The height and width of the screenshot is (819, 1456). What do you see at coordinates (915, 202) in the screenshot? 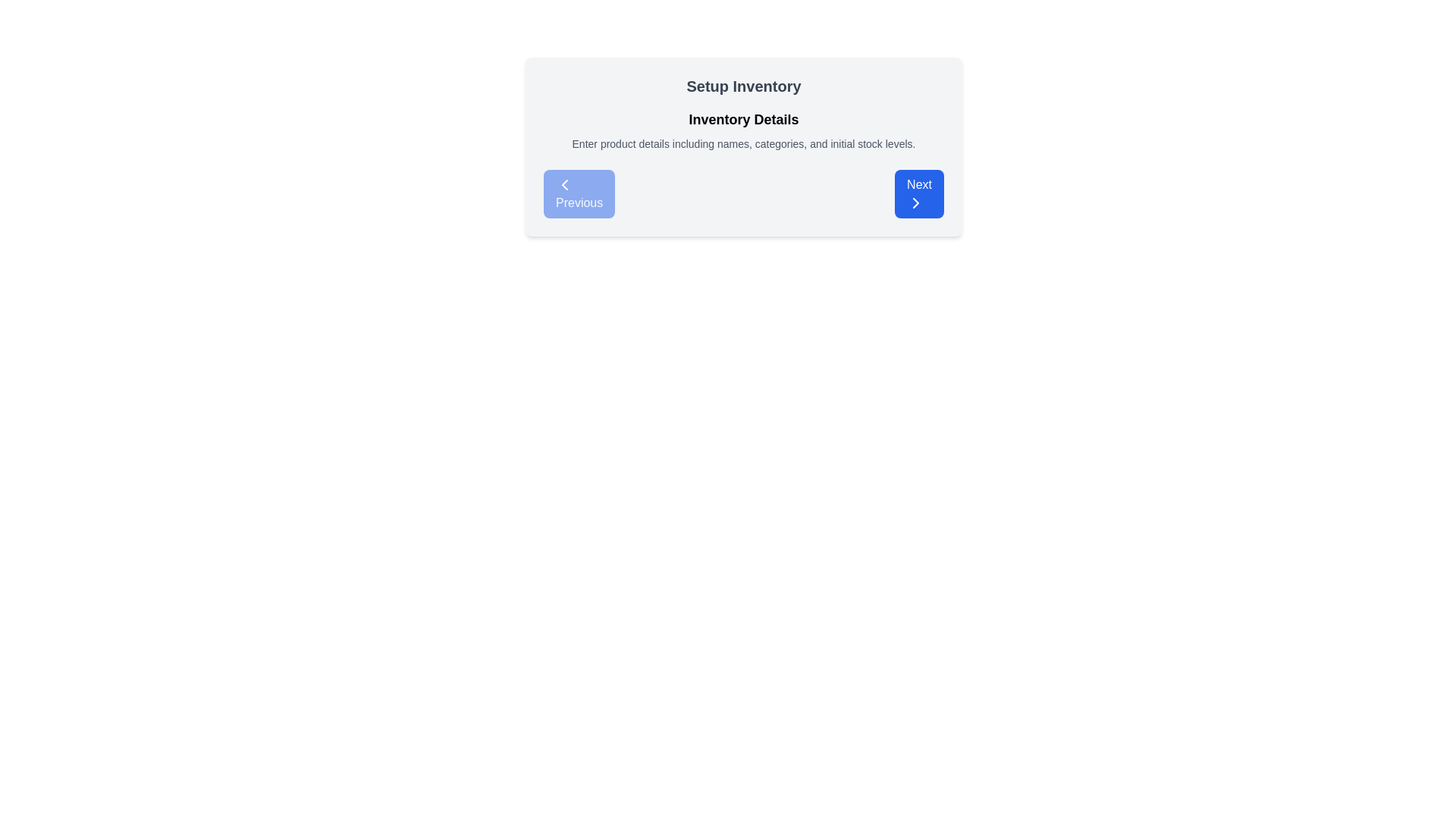
I see `the SVG Icon representing the 'Next' button, which is located to the right of the text label 'Next' within the card-like modal interface` at bounding box center [915, 202].